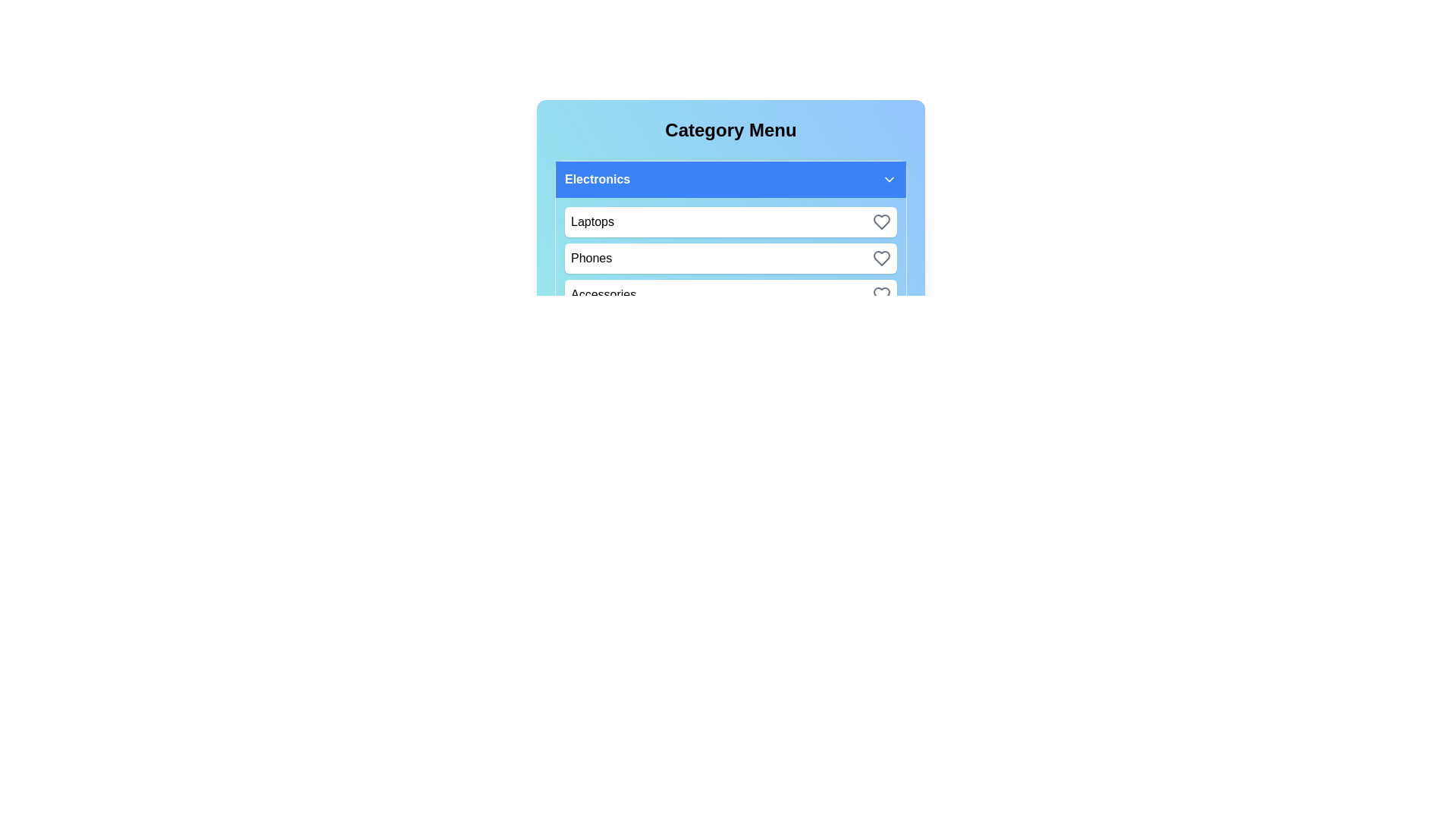 The width and height of the screenshot is (1456, 819). What do you see at coordinates (731, 239) in the screenshot?
I see `the 'Phones' category list item, which is the second item in a vertical list within a dropdown structure` at bounding box center [731, 239].